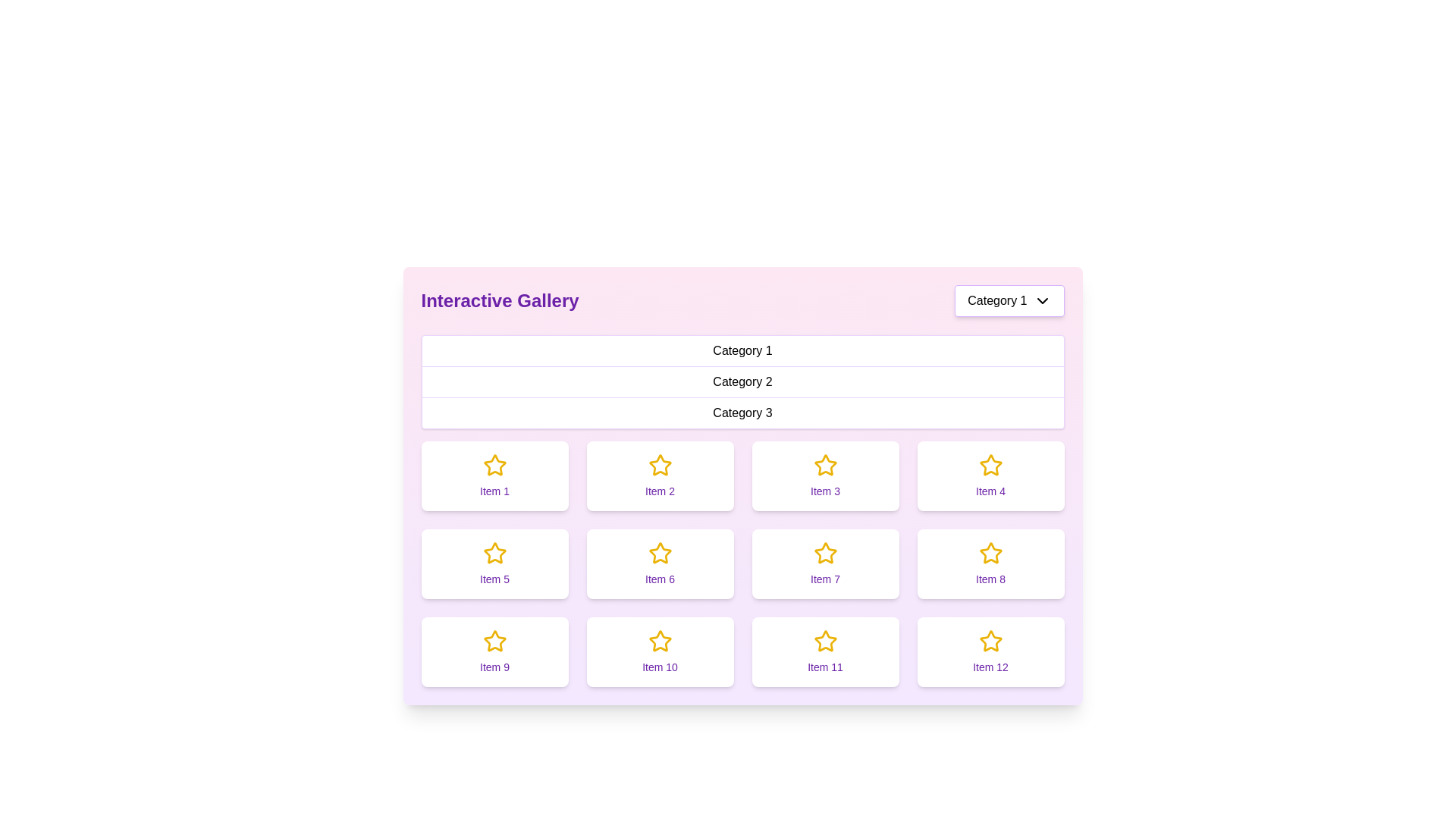  Describe the element at coordinates (824, 475) in the screenshot. I see `third card or grid item in the first row of the grid, positioned between 'Item 2' and 'Item 4', for details` at that location.